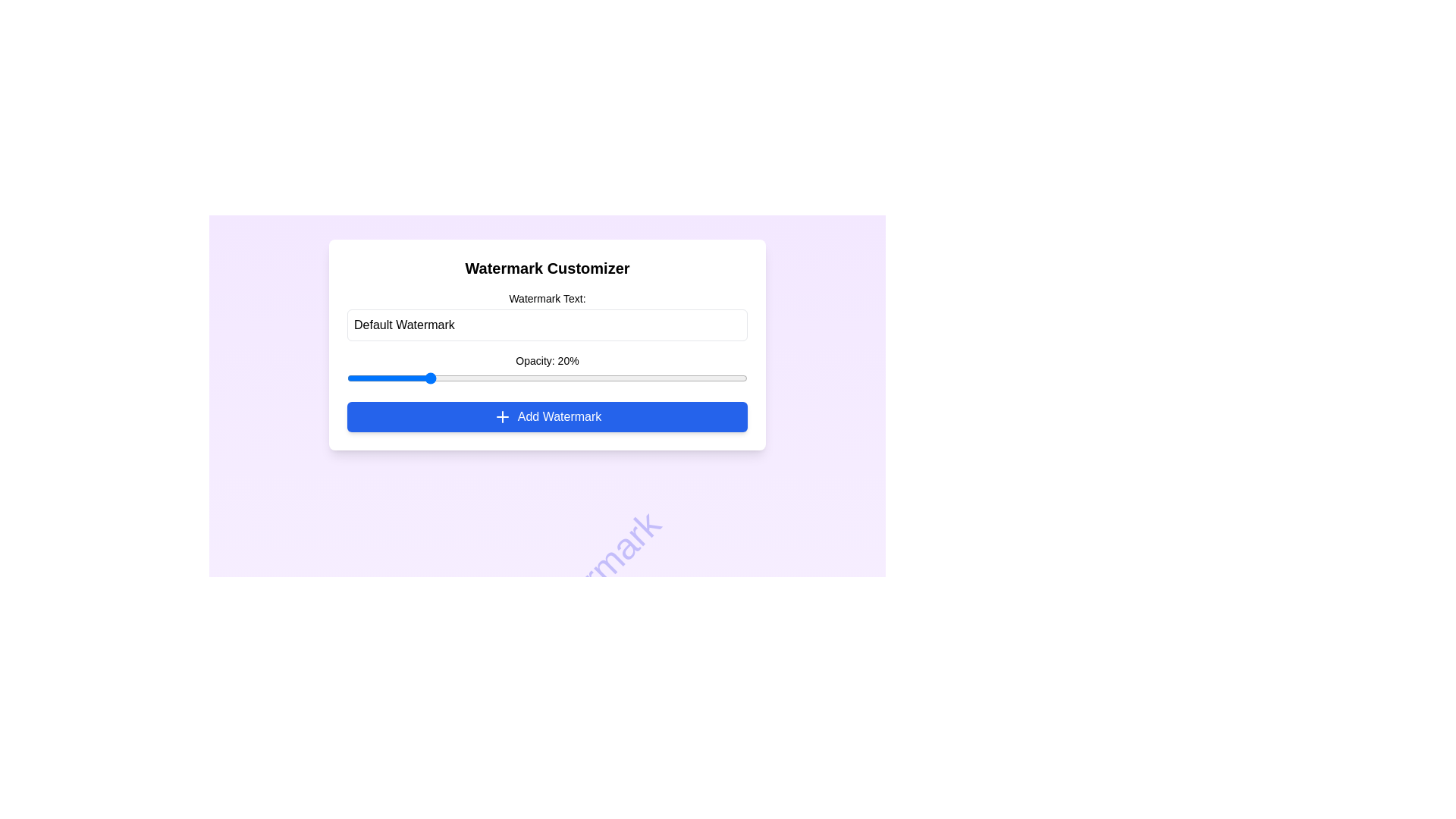  What do you see at coordinates (546, 417) in the screenshot?
I see `the 'Add Watermark' blue button with white text to apply the watermark settings` at bounding box center [546, 417].